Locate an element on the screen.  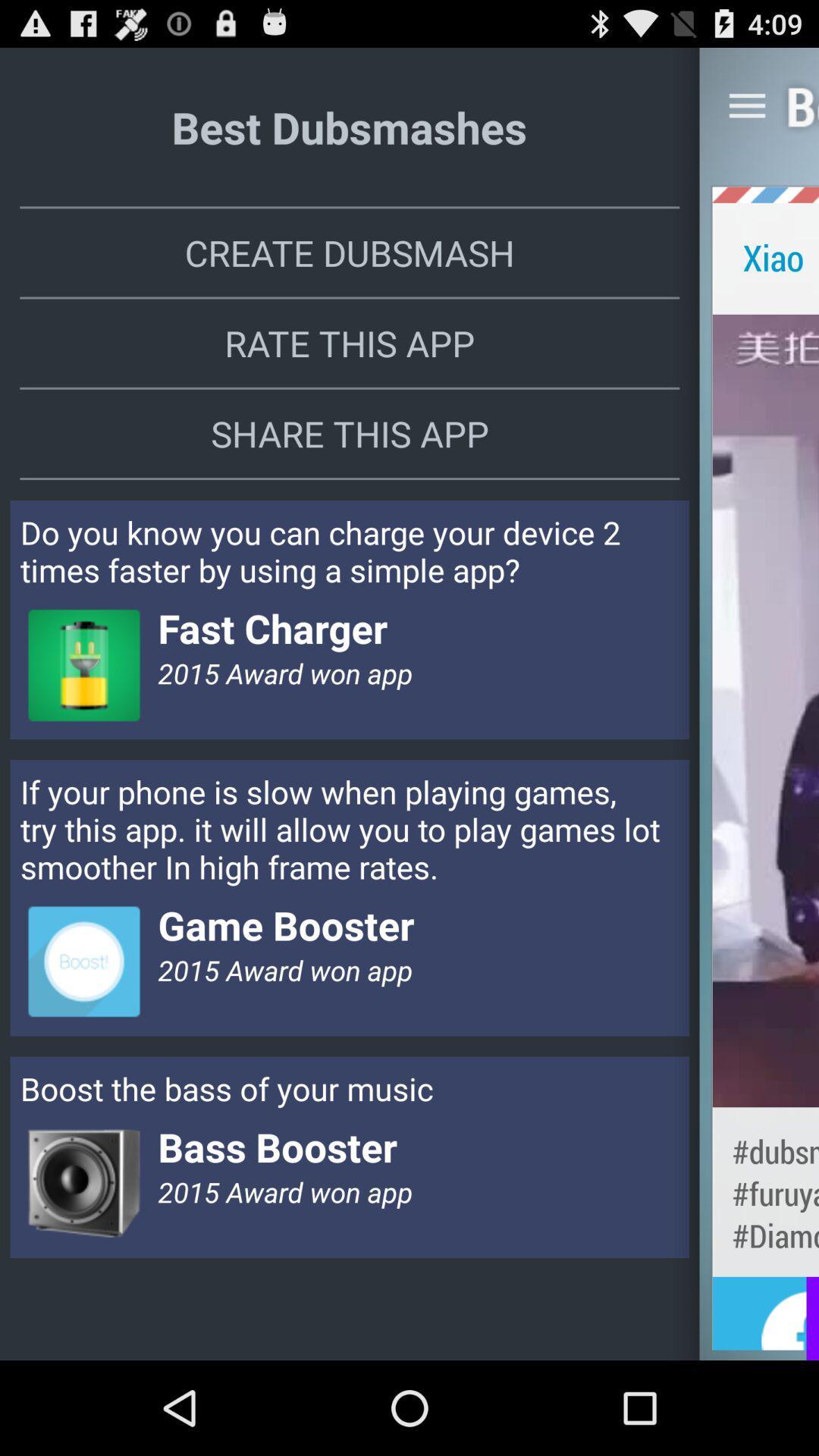
the item above the dubsmash spongebob spongebobsquarepants is located at coordinates (765, 710).